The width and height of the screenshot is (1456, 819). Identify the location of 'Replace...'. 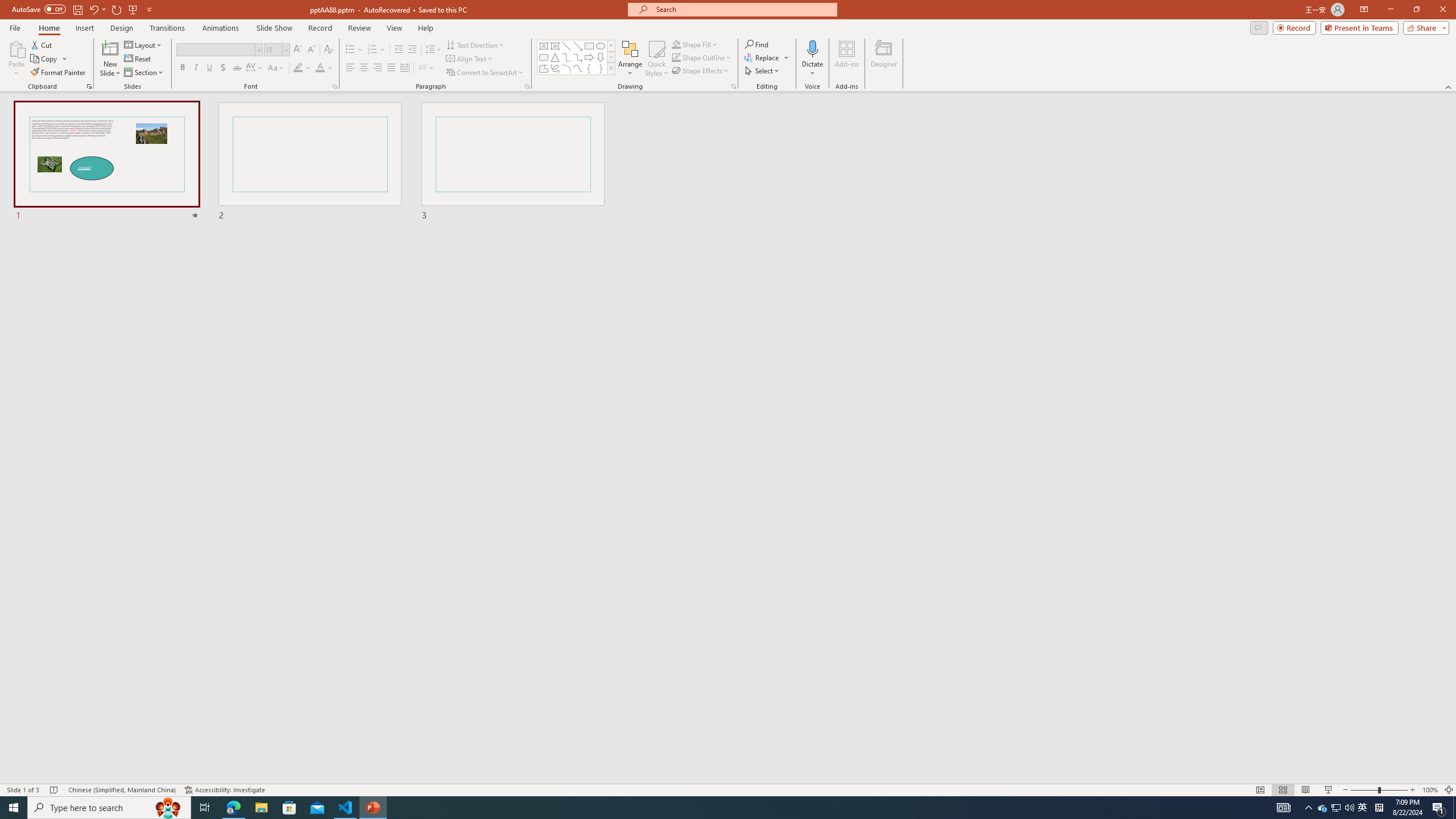
(763, 56).